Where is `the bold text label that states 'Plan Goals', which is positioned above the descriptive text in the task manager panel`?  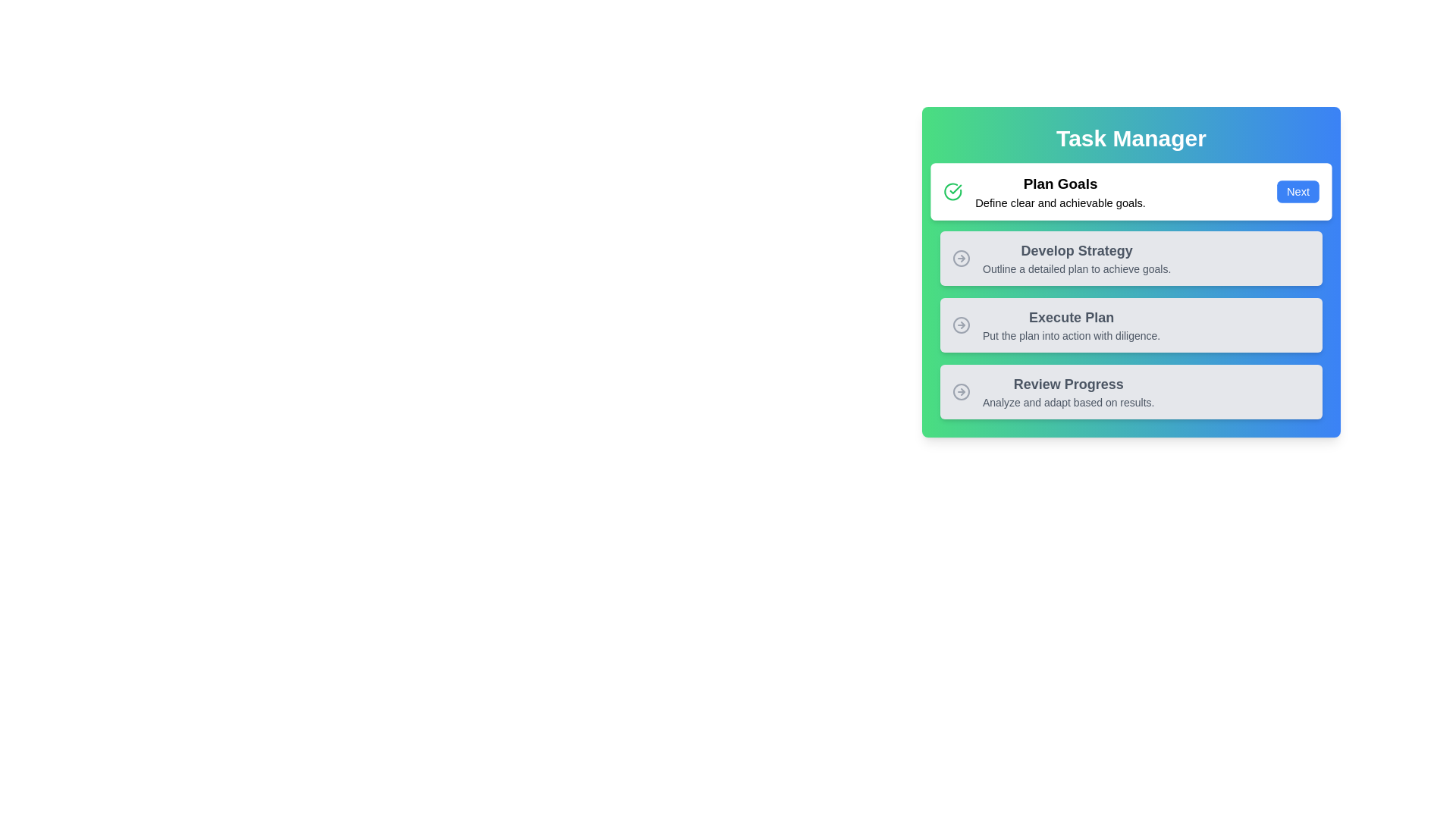 the bold text label that states 'Plan Goals', which is positioned above the descriptive text in the task manager panel is located at coordinates (1059, 183).